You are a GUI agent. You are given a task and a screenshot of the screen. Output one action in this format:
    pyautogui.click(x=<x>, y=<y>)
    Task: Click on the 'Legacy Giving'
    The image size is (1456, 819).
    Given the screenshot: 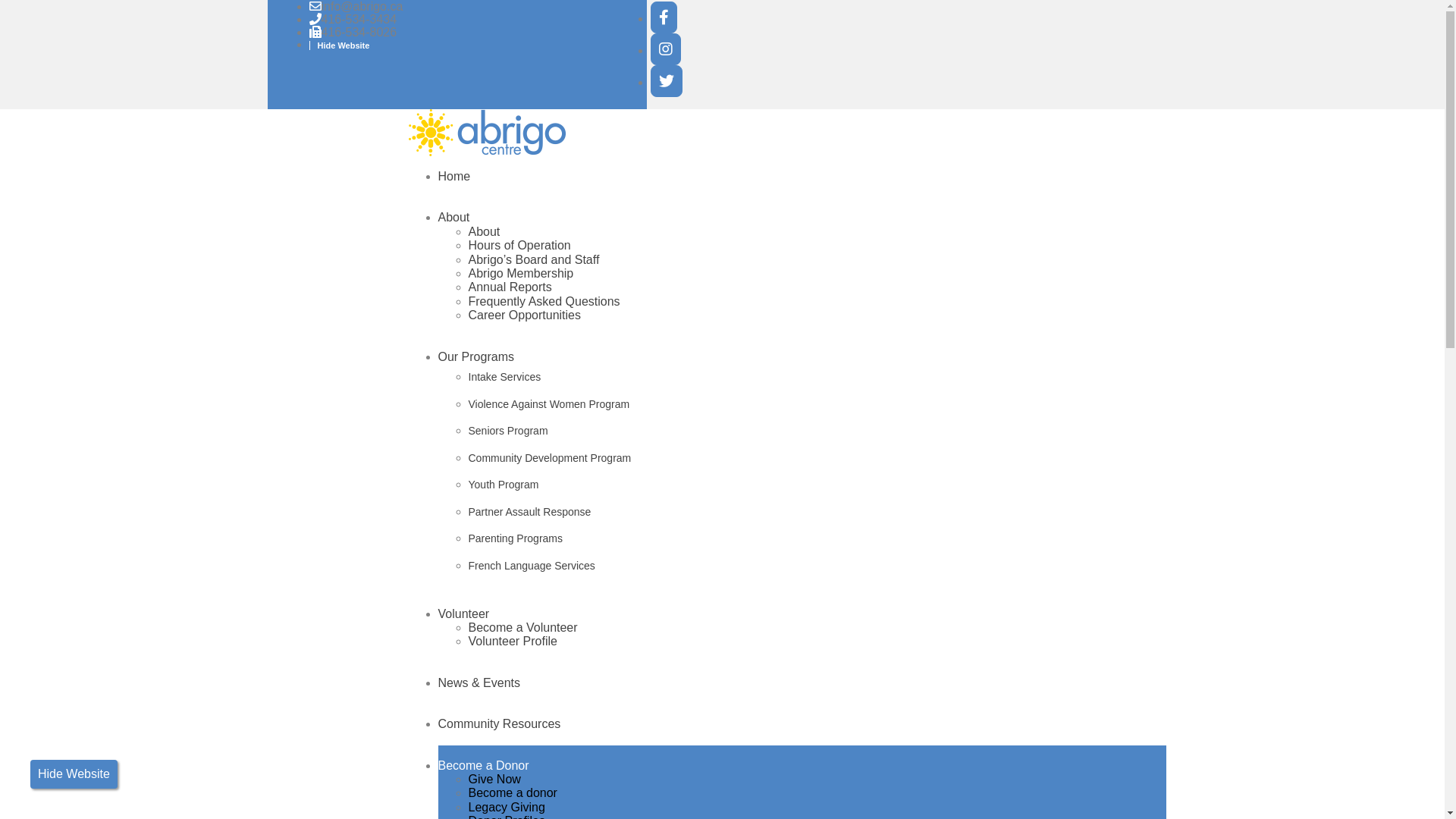 What is the action you would take?
    pyautogui.click(x=468, y=806)
    